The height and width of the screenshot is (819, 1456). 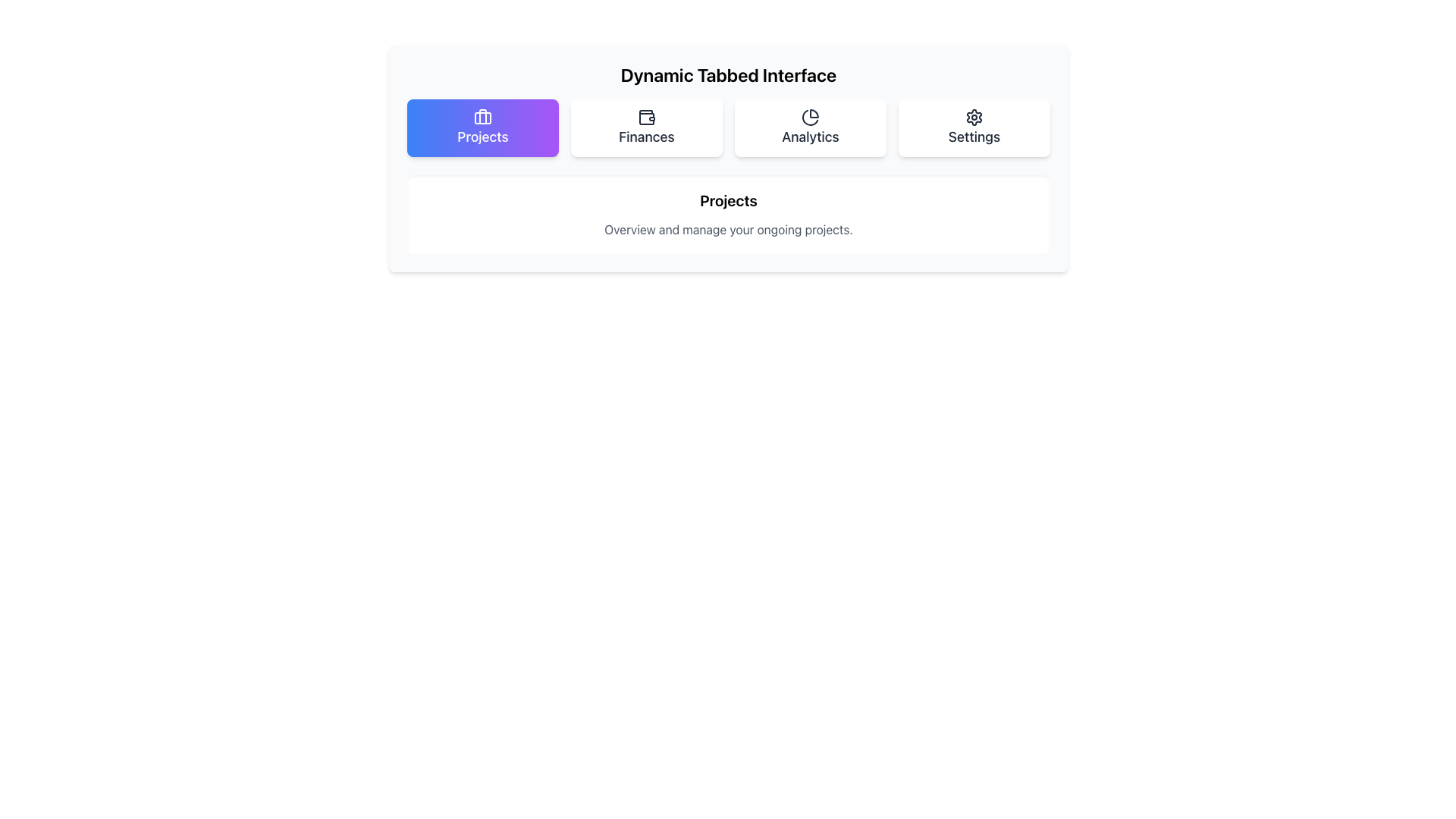 I want to click on the 'Projects' button, so click(x=482, y=127).